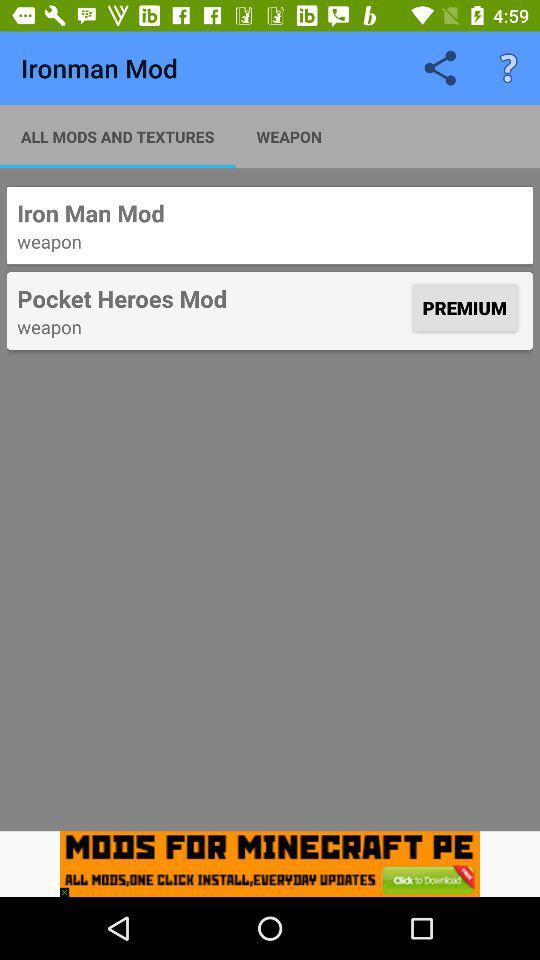  I want to click on the pocket heroes mod item, so click(211, 297).